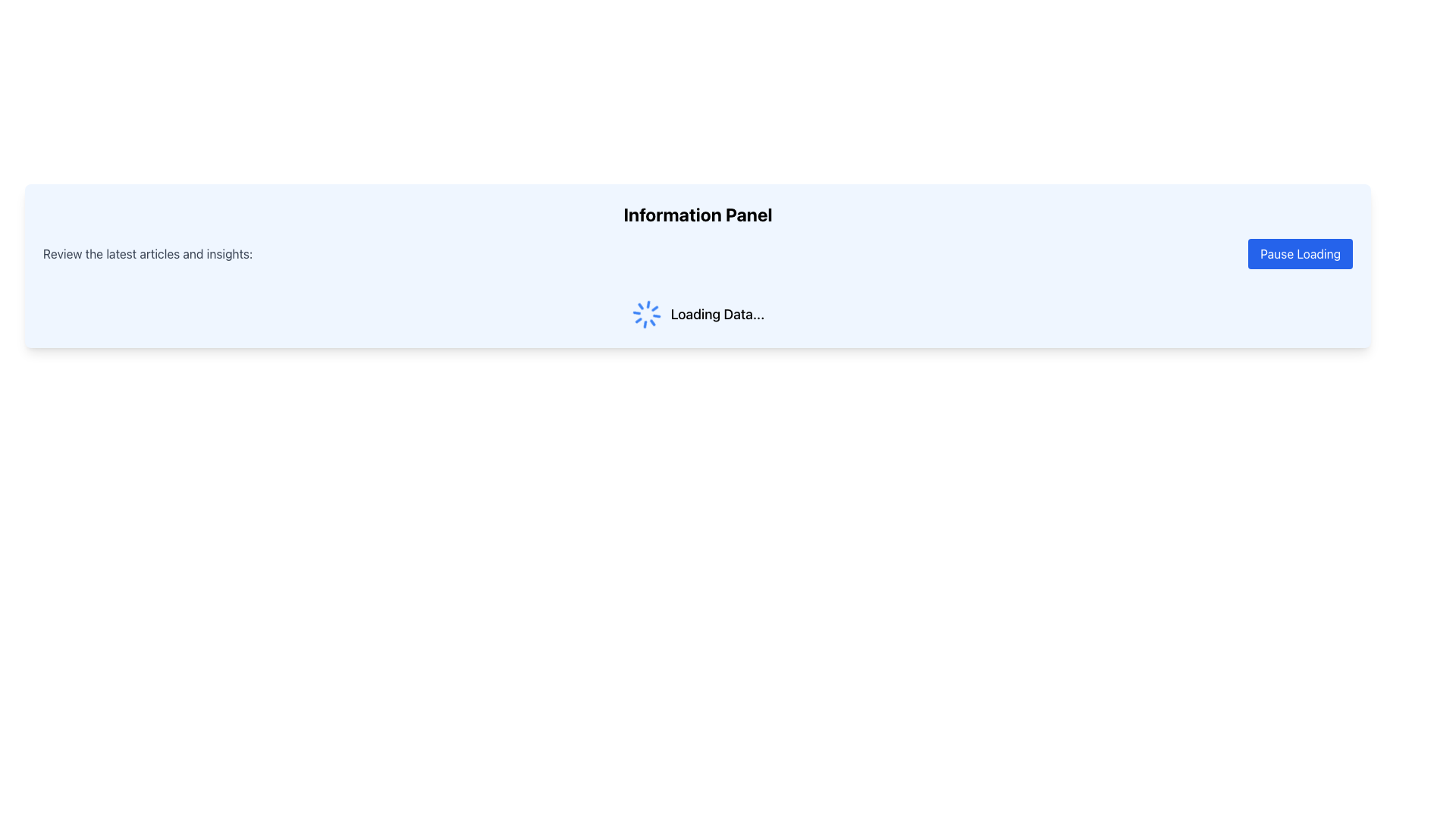 The image size is (1456, 819). What do you see at coordinates (697, 305) in the screenshot?
I see `the Loader indicating data is being loaded` at bounding box center [697, 305].